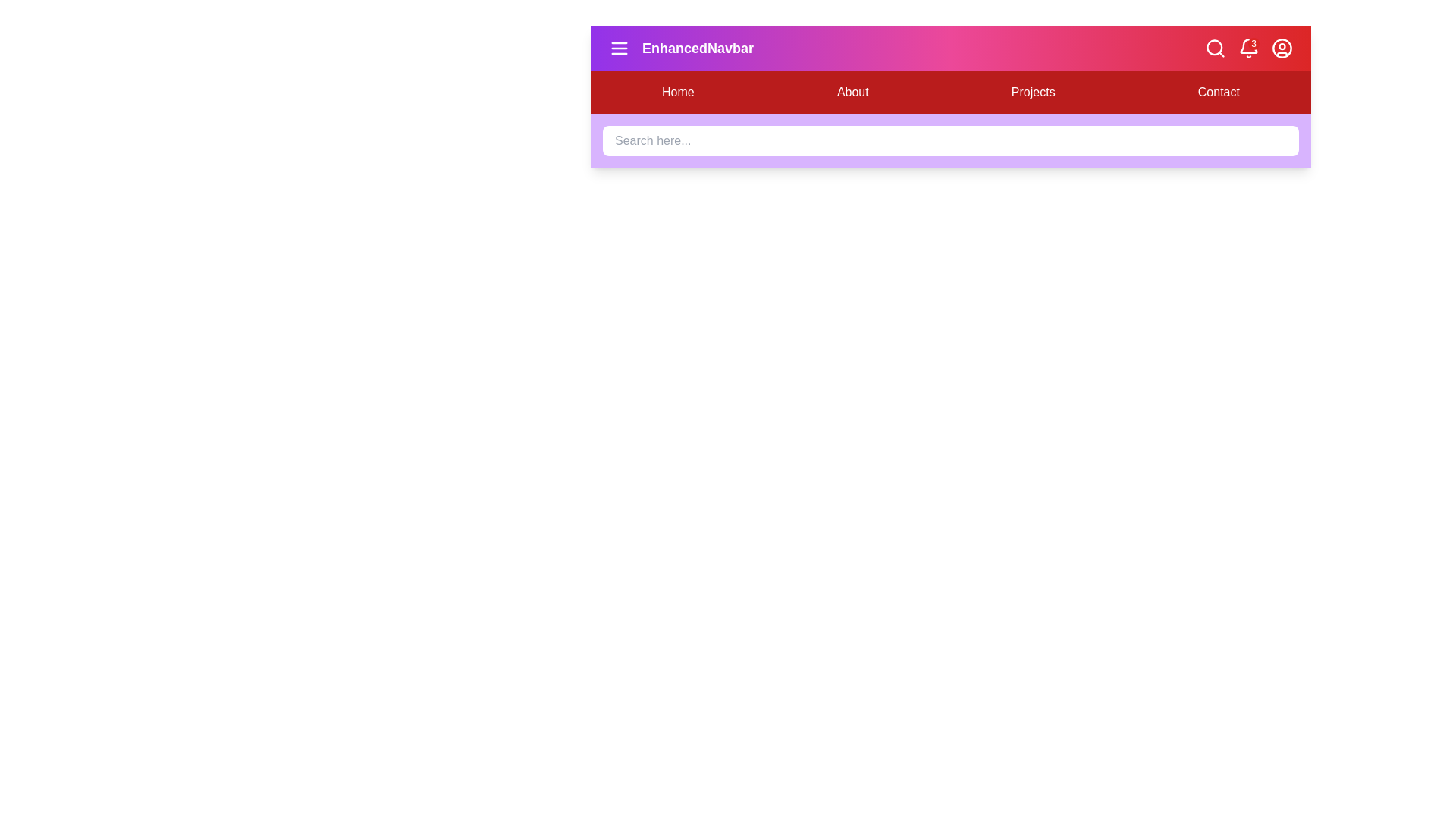 This screenshot has width=1456, height=819. Describe the element at coordinates (1219, 93) in the screenshot. I see `the navigation link Contact` at that location.